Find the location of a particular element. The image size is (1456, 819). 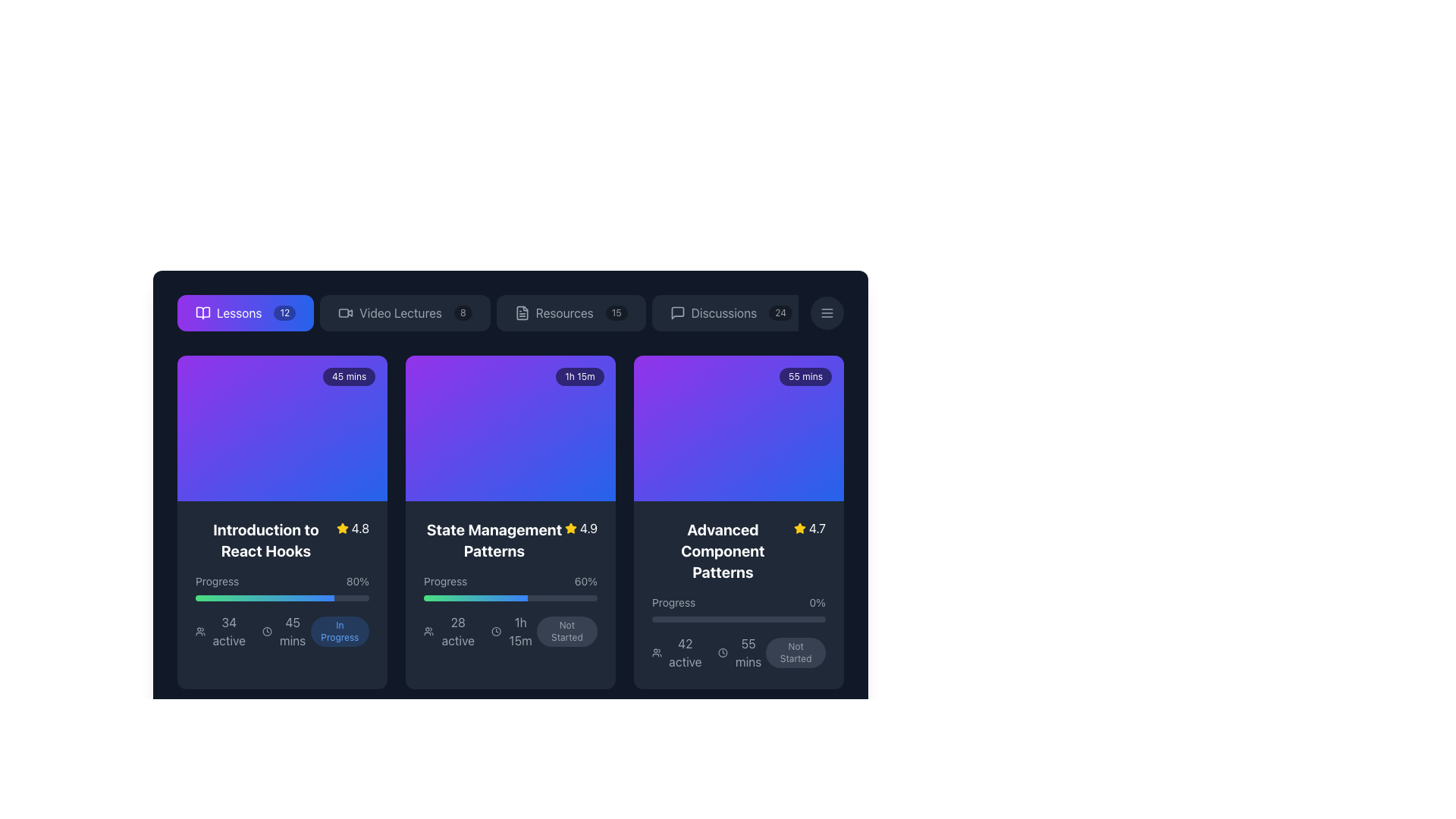

the Rating display showing '4.7' for the 'Advanced Component Patterns' section is located at coordinates (808, 528).